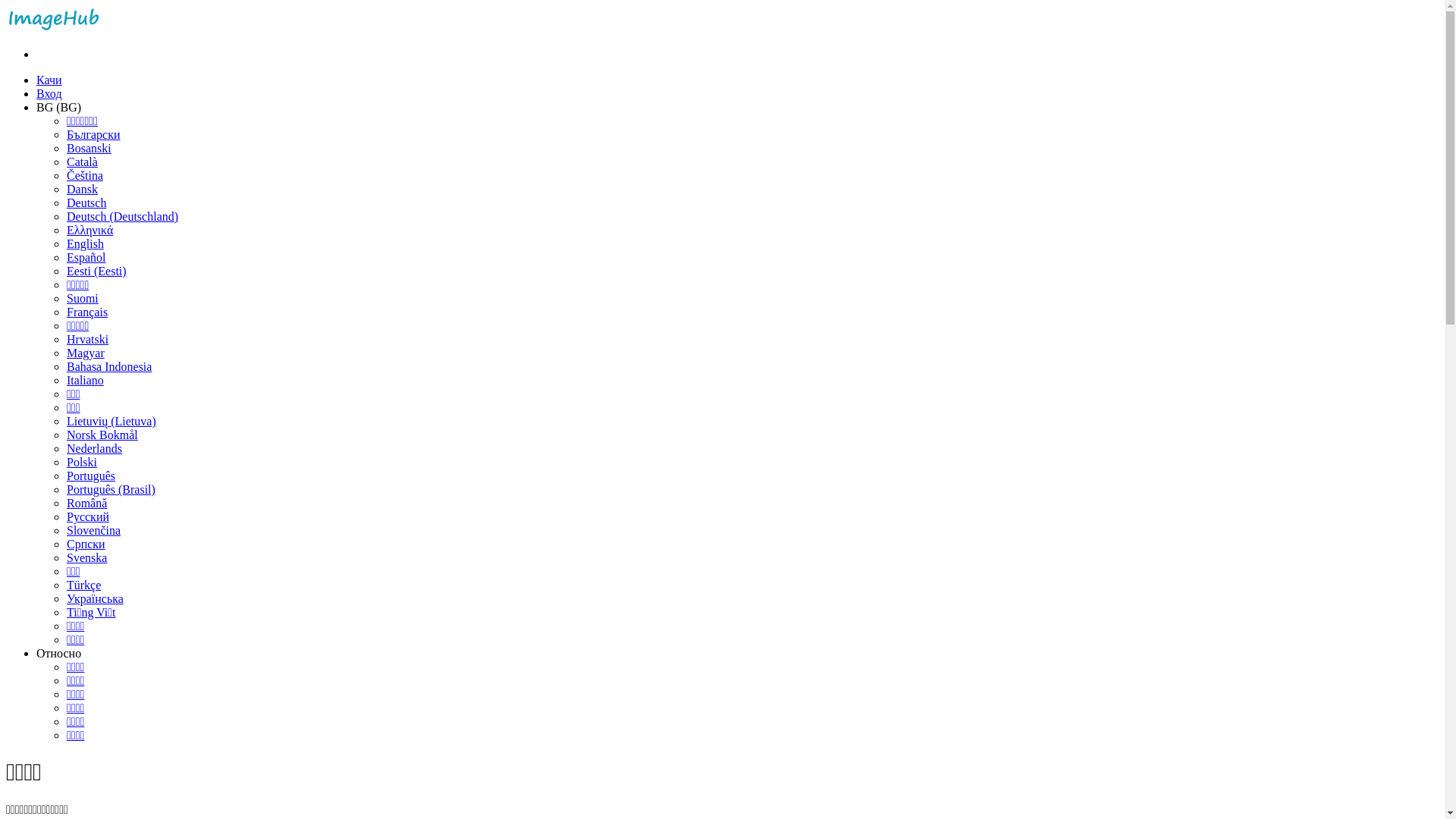 The width and height of the screenshot is (1456, 819). What do you see at coordinates (88, 148) in the screenshot?
I see `'Bosanski'` at bounding box center [88, 148].